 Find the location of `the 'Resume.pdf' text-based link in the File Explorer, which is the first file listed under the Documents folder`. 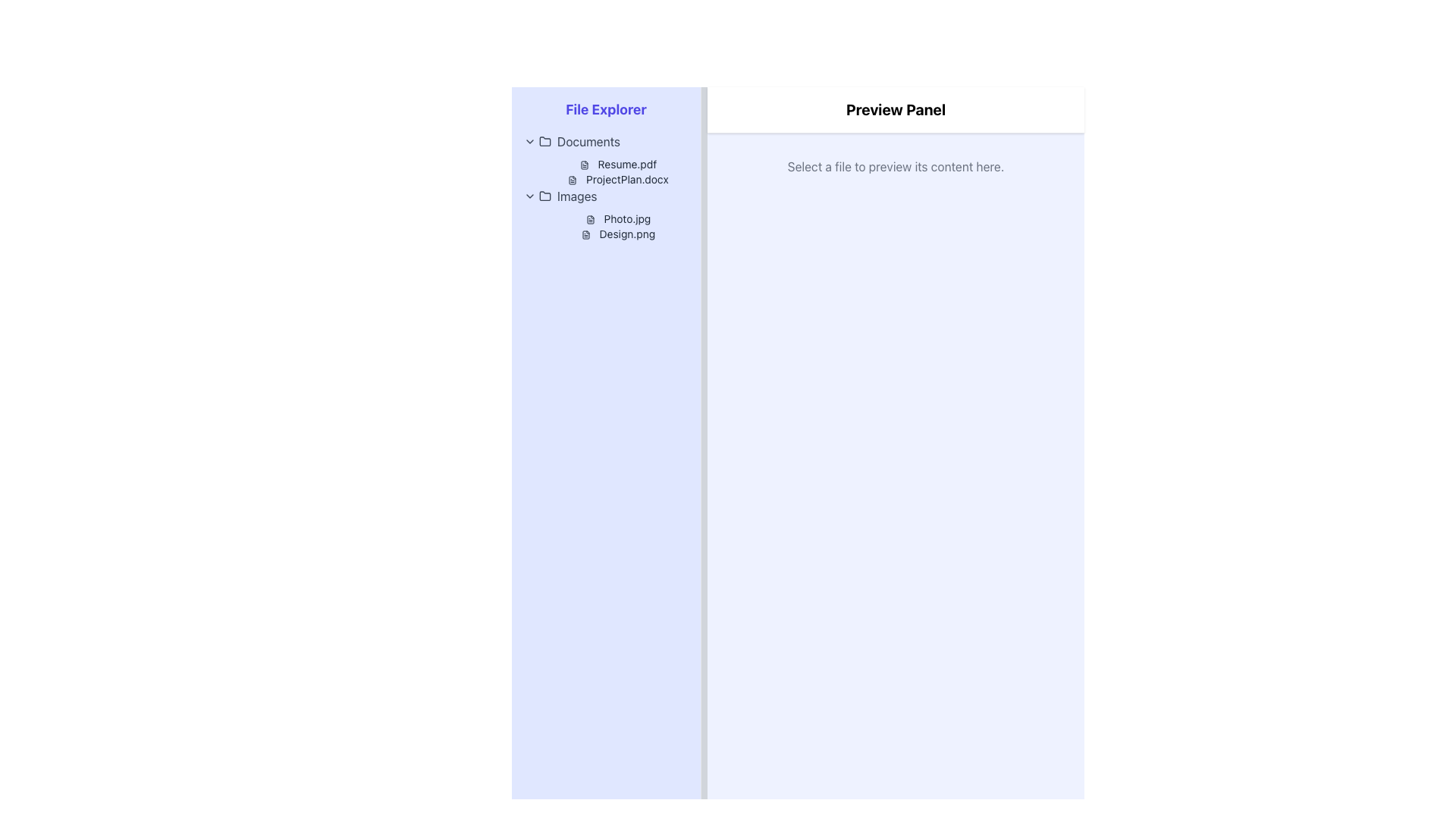

the 'Resume.pdf' text-based link in the File Explorer, which is the first file listed under the Documents folder is located at coordinates (618, 164).